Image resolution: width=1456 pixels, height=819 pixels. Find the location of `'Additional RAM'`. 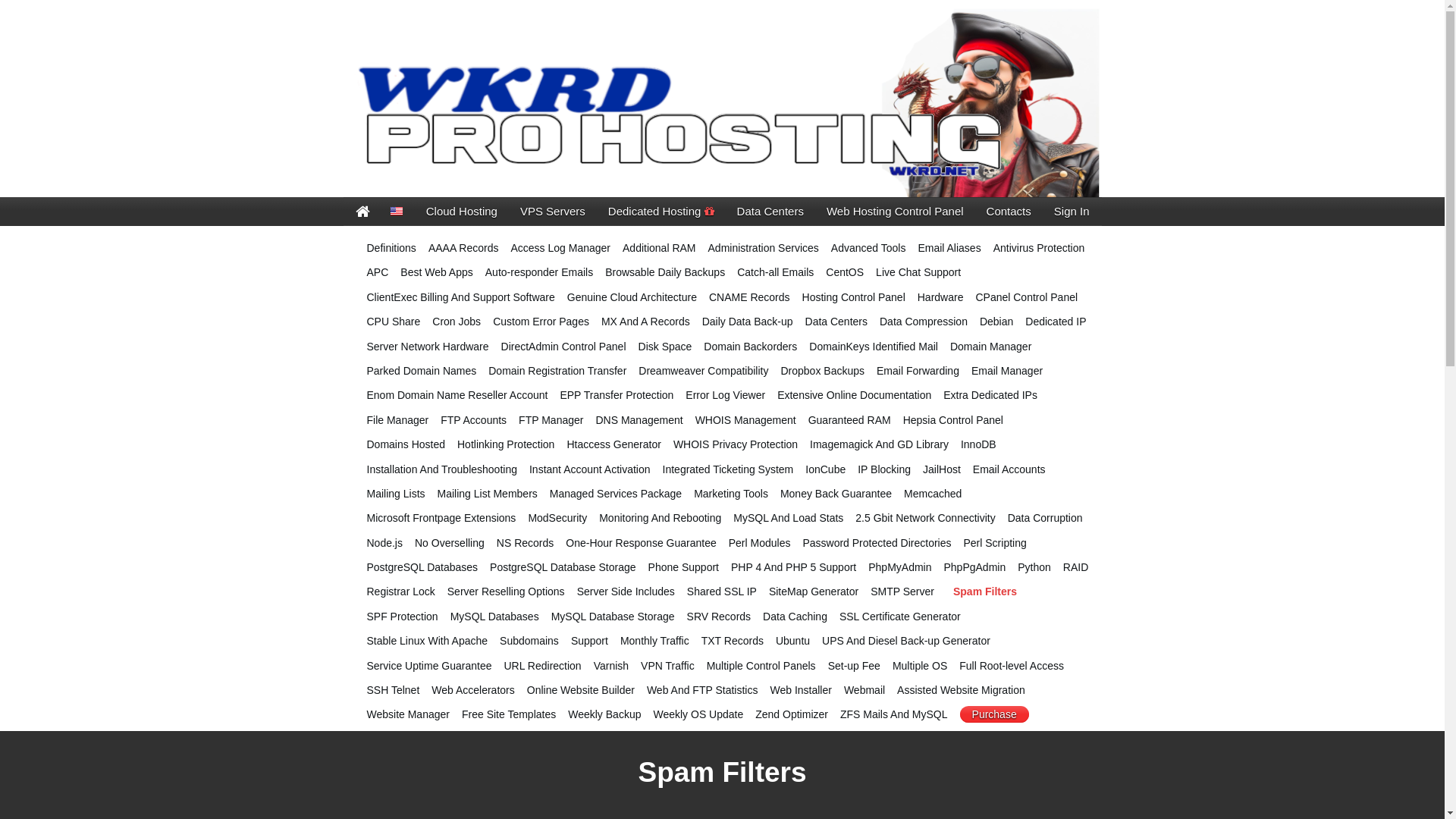

'Additional RAM' is located at coordinates (659, 247).